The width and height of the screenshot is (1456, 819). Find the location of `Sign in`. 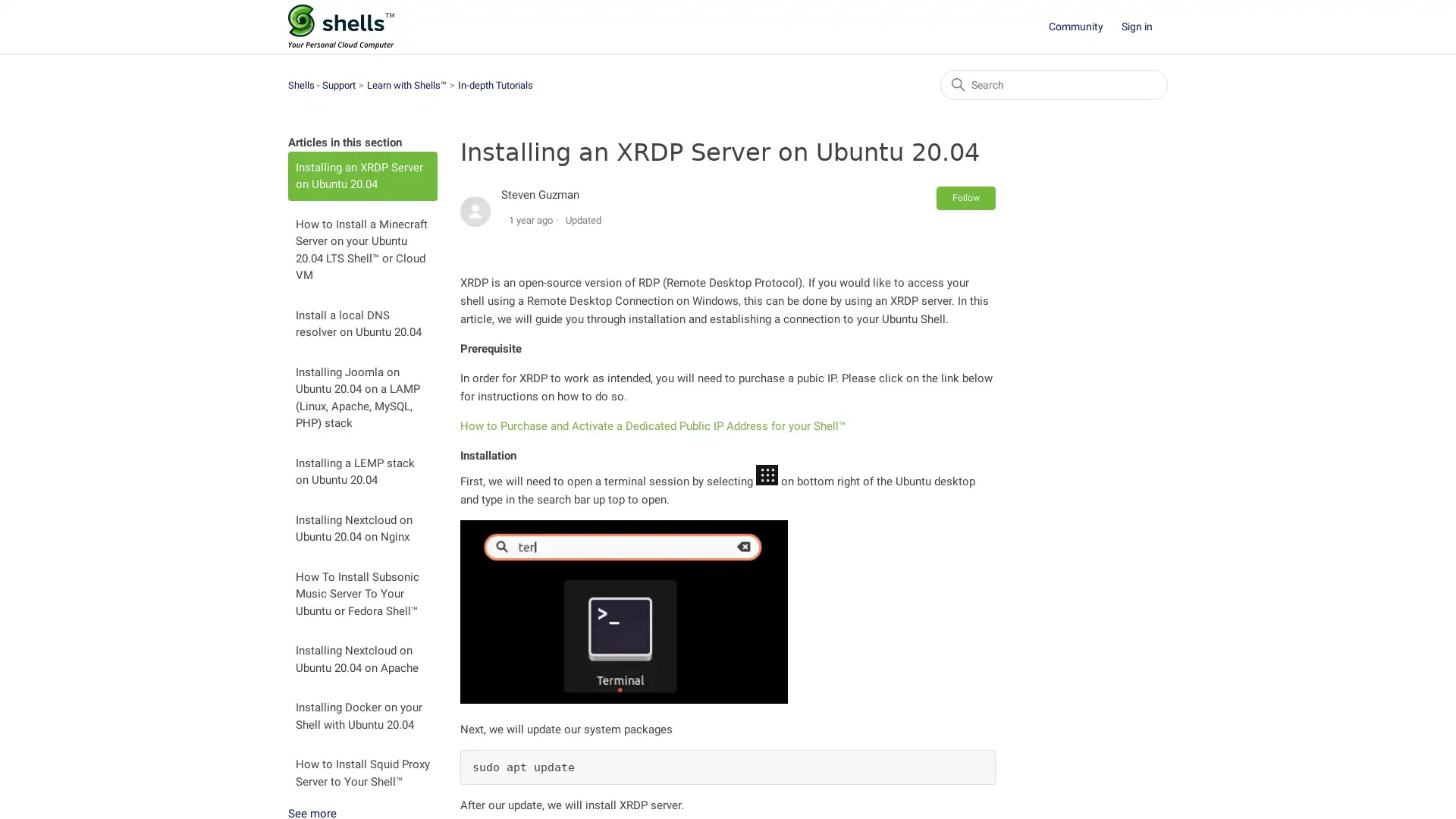

Sign in is located at coordinates (1144, 27).